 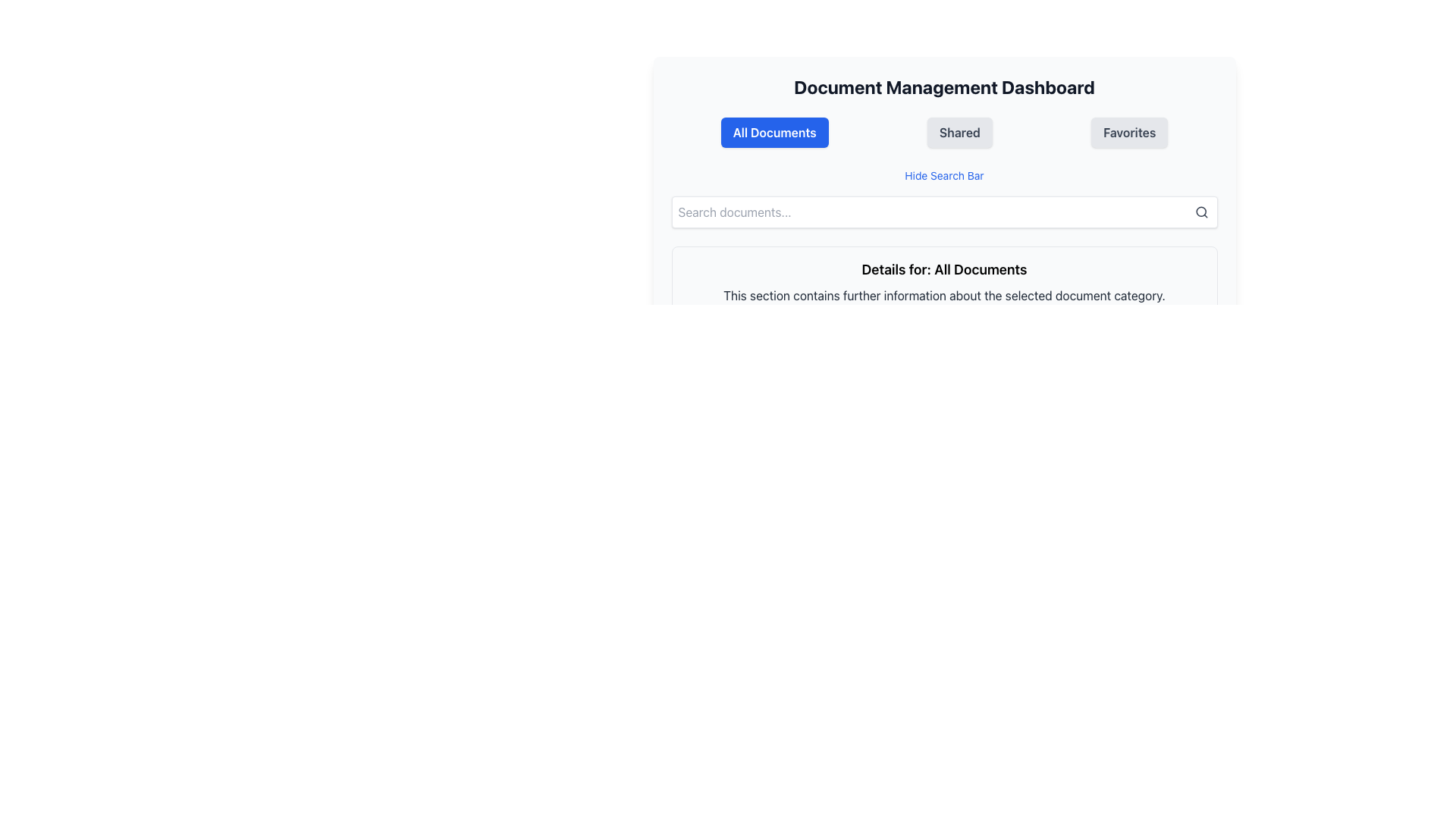 I want to click on the search icon, which is a simple magnifying glass shape outlined in gray, located at the top right corner of the search input field, so click(x=1200, y=212).